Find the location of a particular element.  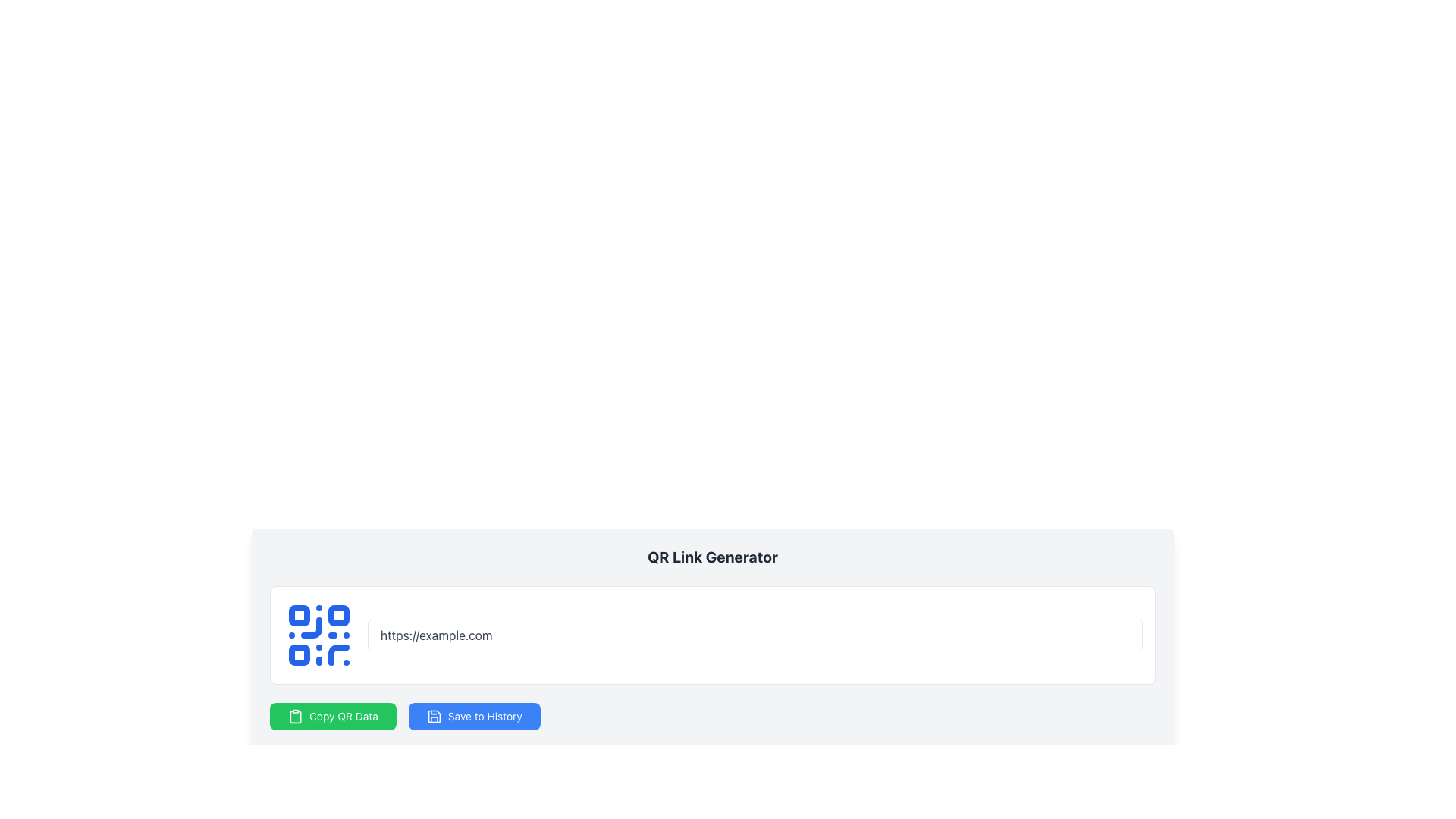

the 'save' icon located at the left end of the 'Save to History' blue button is located at coordinates (433, 717).